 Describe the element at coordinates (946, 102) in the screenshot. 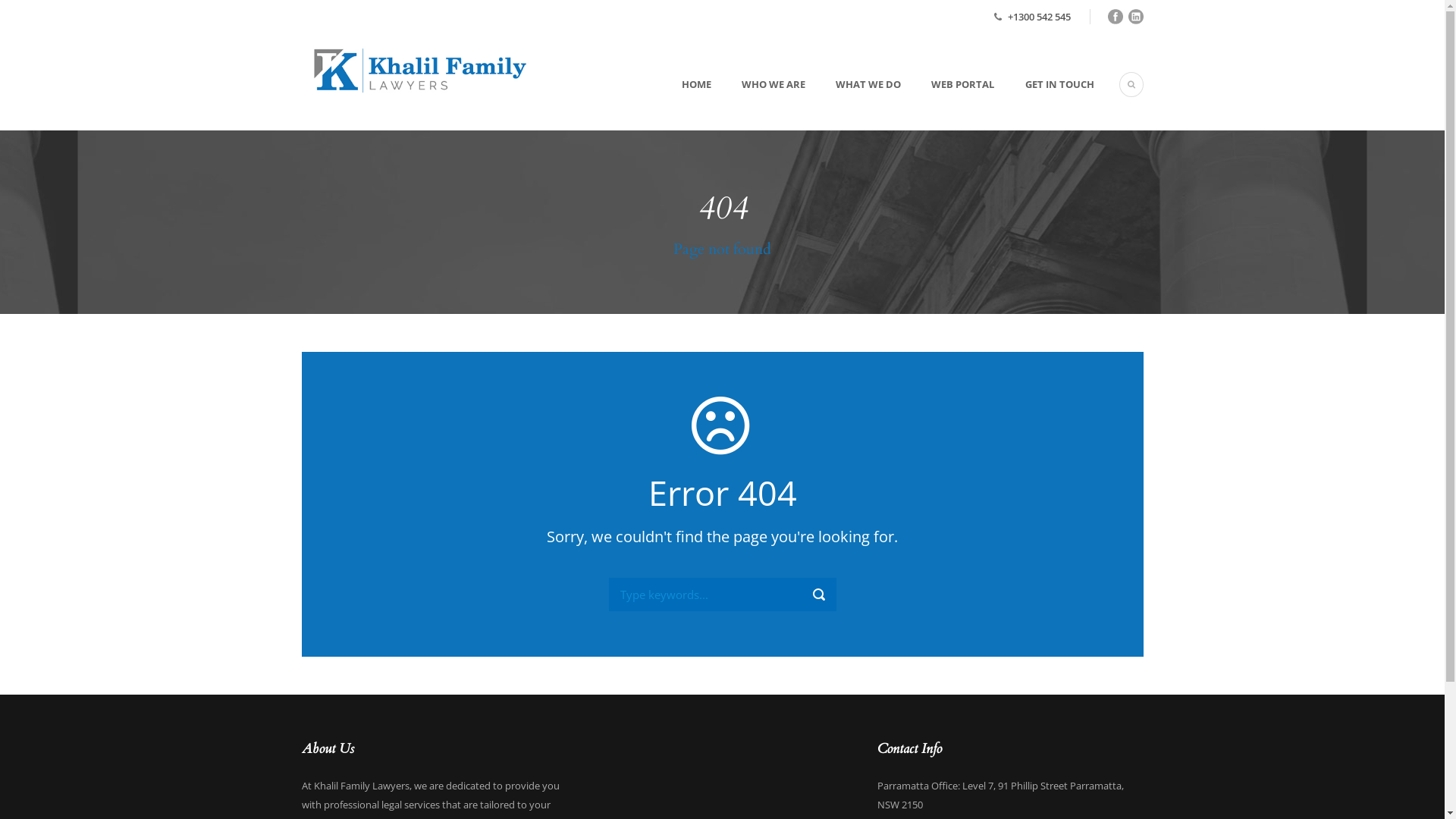

I see `'WEB PORTAL'` at that location.